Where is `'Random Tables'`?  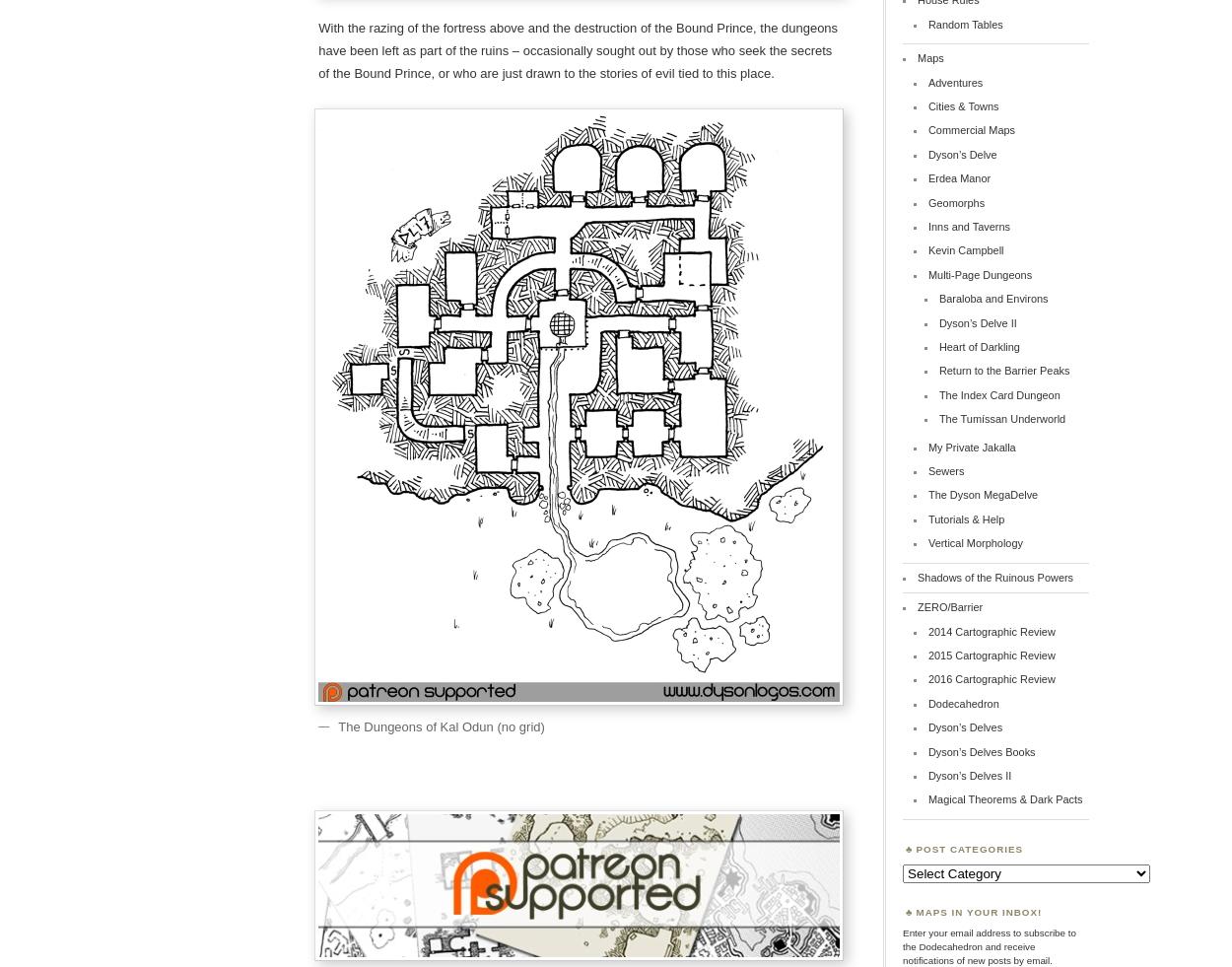 'Random Tables' is located at coordinates (964, 23).